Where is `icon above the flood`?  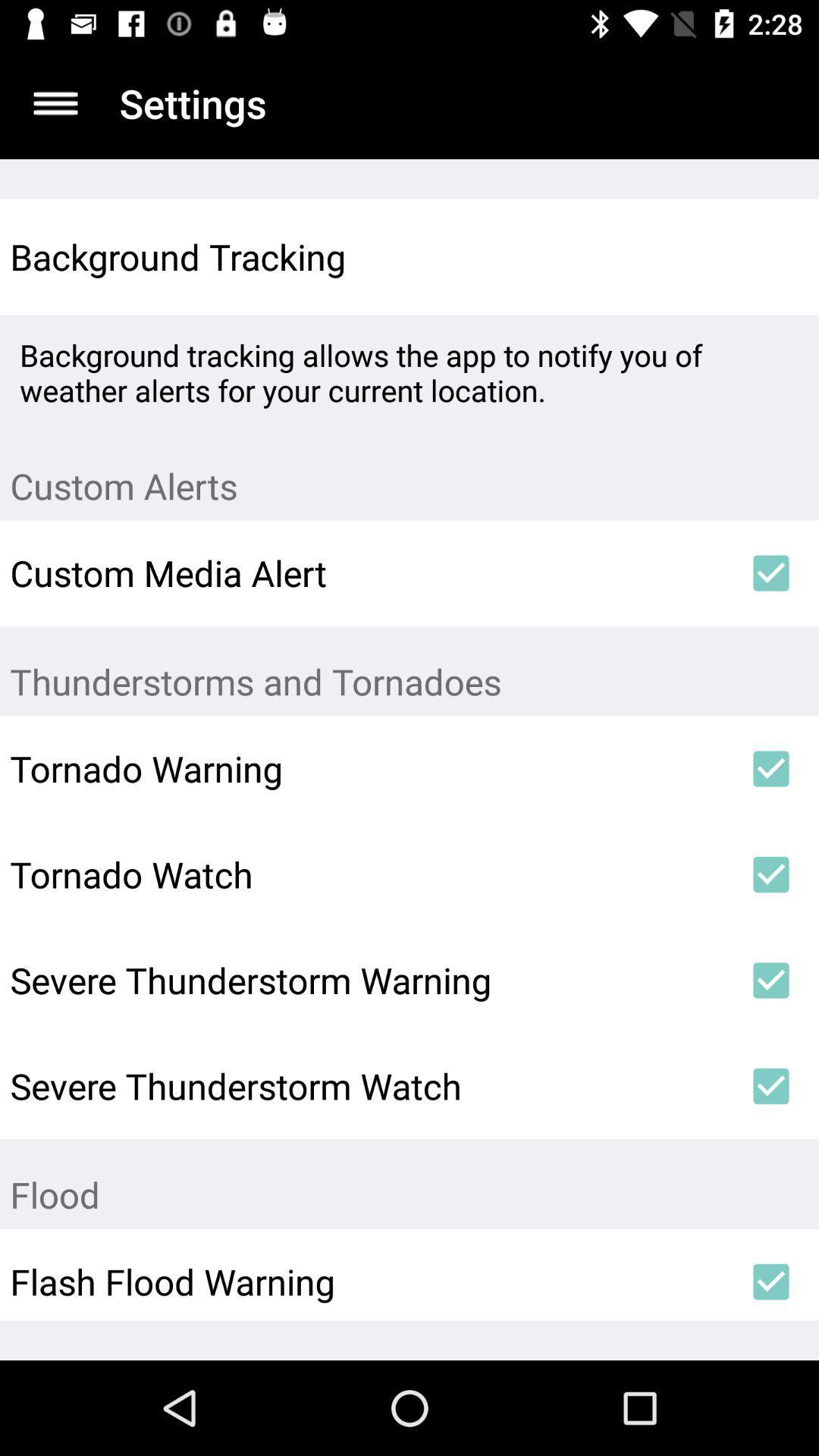 icon above the flood is located at coordinates (771, 1085).